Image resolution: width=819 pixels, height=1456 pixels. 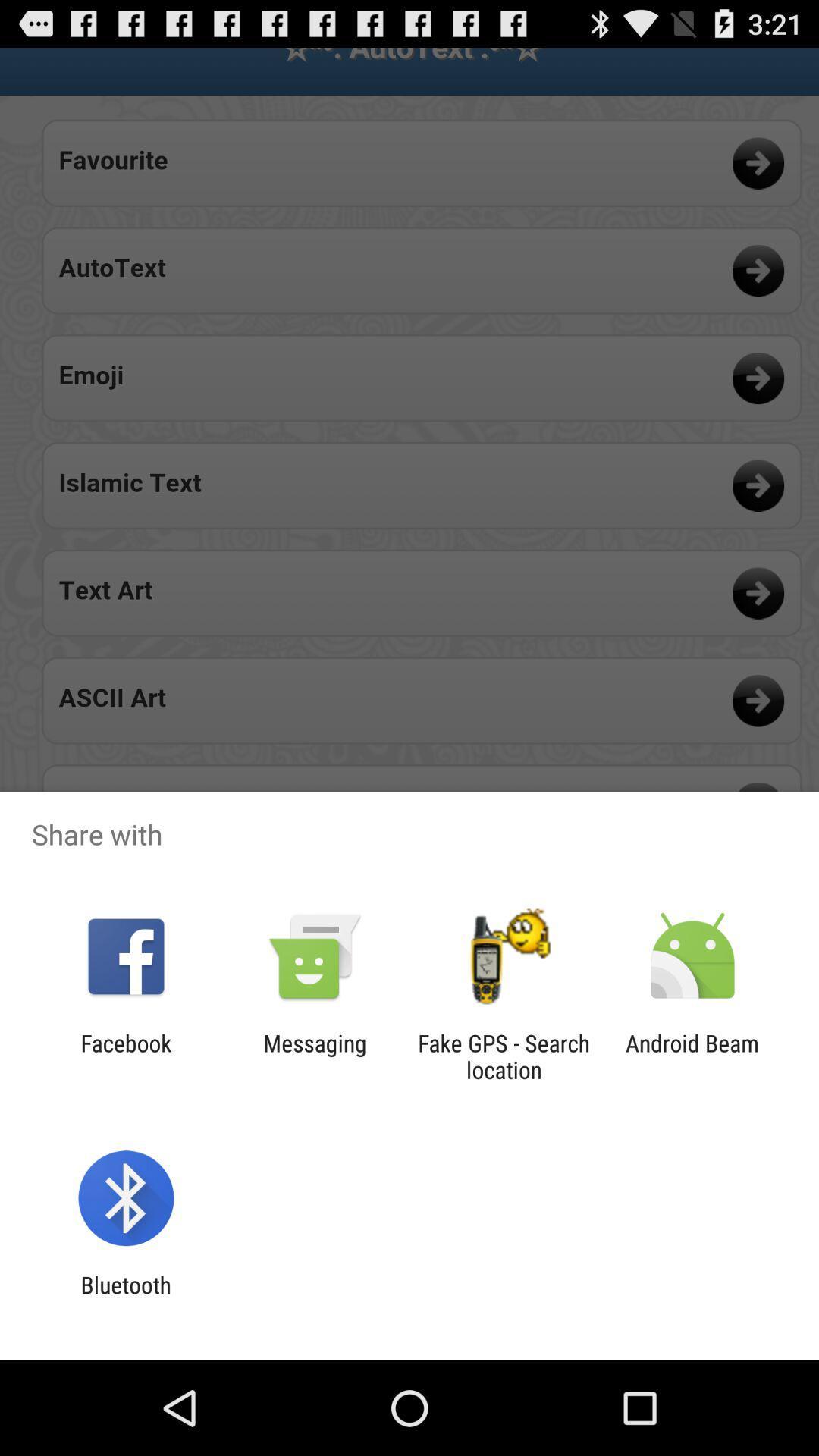 I want to click on the messaging icon, so click(x=314, y=1056).